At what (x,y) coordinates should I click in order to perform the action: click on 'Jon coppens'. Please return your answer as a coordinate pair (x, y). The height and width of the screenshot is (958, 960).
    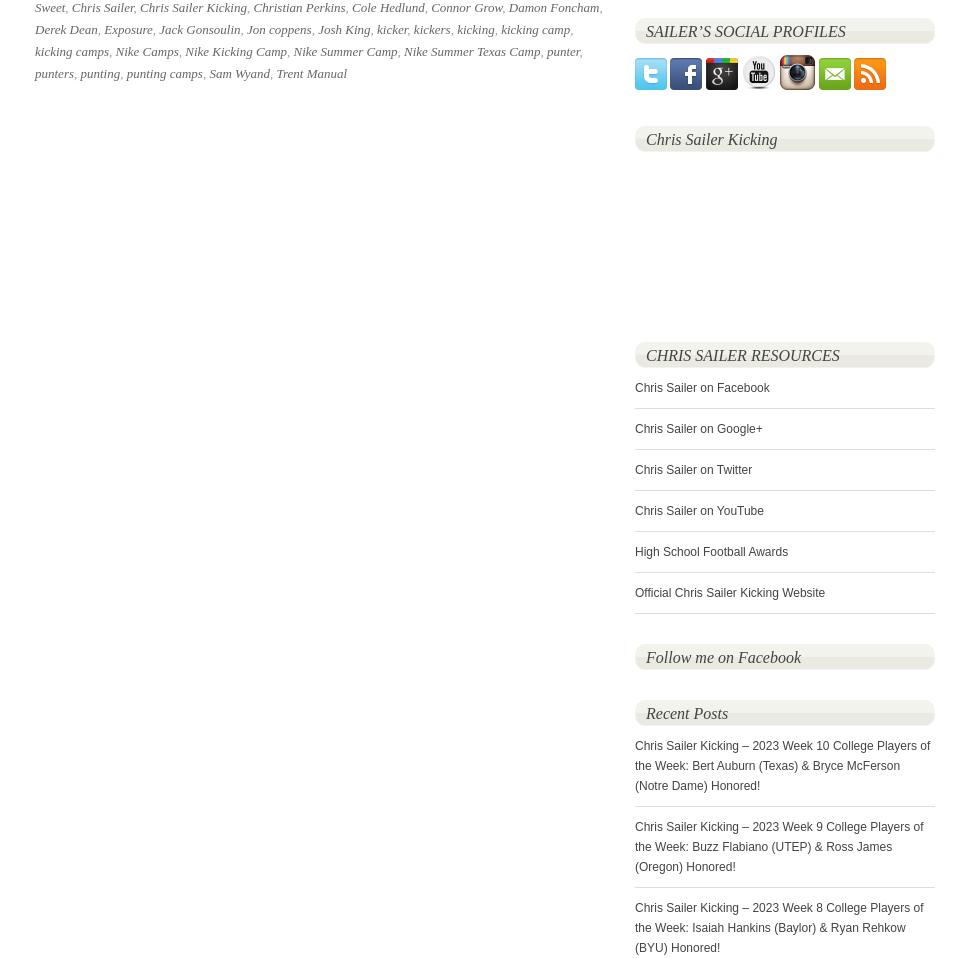
    Looking at the image, I should click on (246, 28).